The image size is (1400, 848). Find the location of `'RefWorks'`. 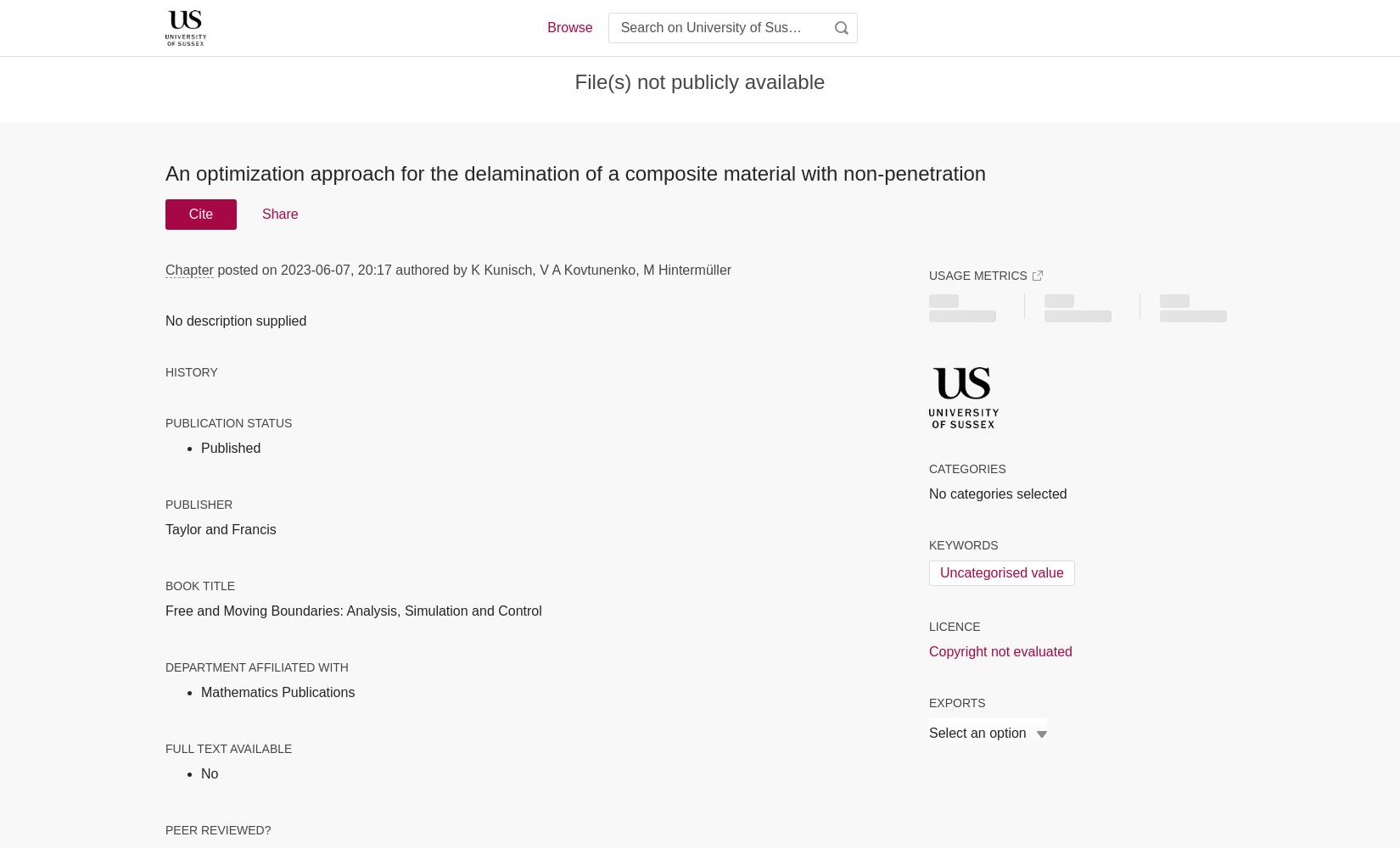

'RefWorks' is located at coordinates (945, 748).